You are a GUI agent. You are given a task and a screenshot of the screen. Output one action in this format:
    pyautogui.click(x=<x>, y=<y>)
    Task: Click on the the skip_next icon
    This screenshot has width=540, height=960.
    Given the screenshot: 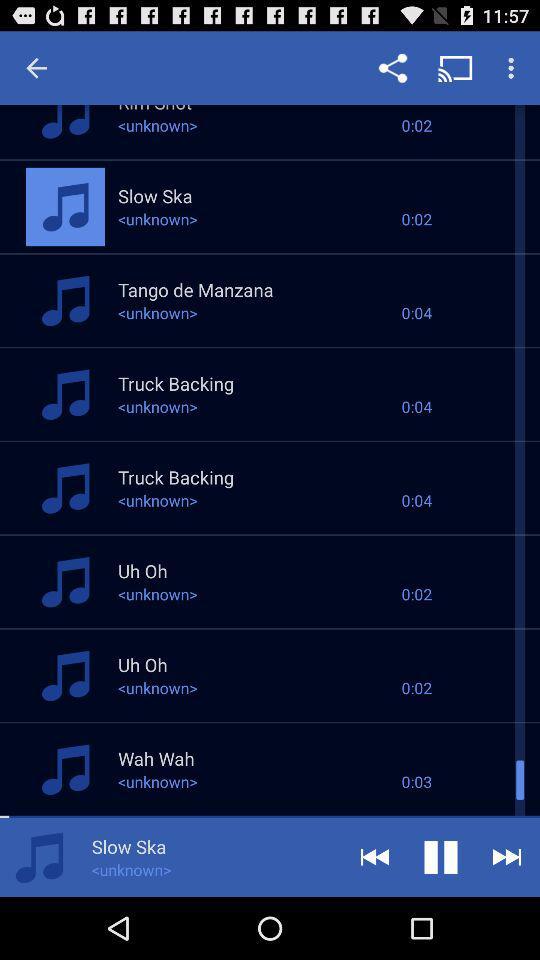 What is the action you would take?
    pyautogui.click(x=507, y=917)
    